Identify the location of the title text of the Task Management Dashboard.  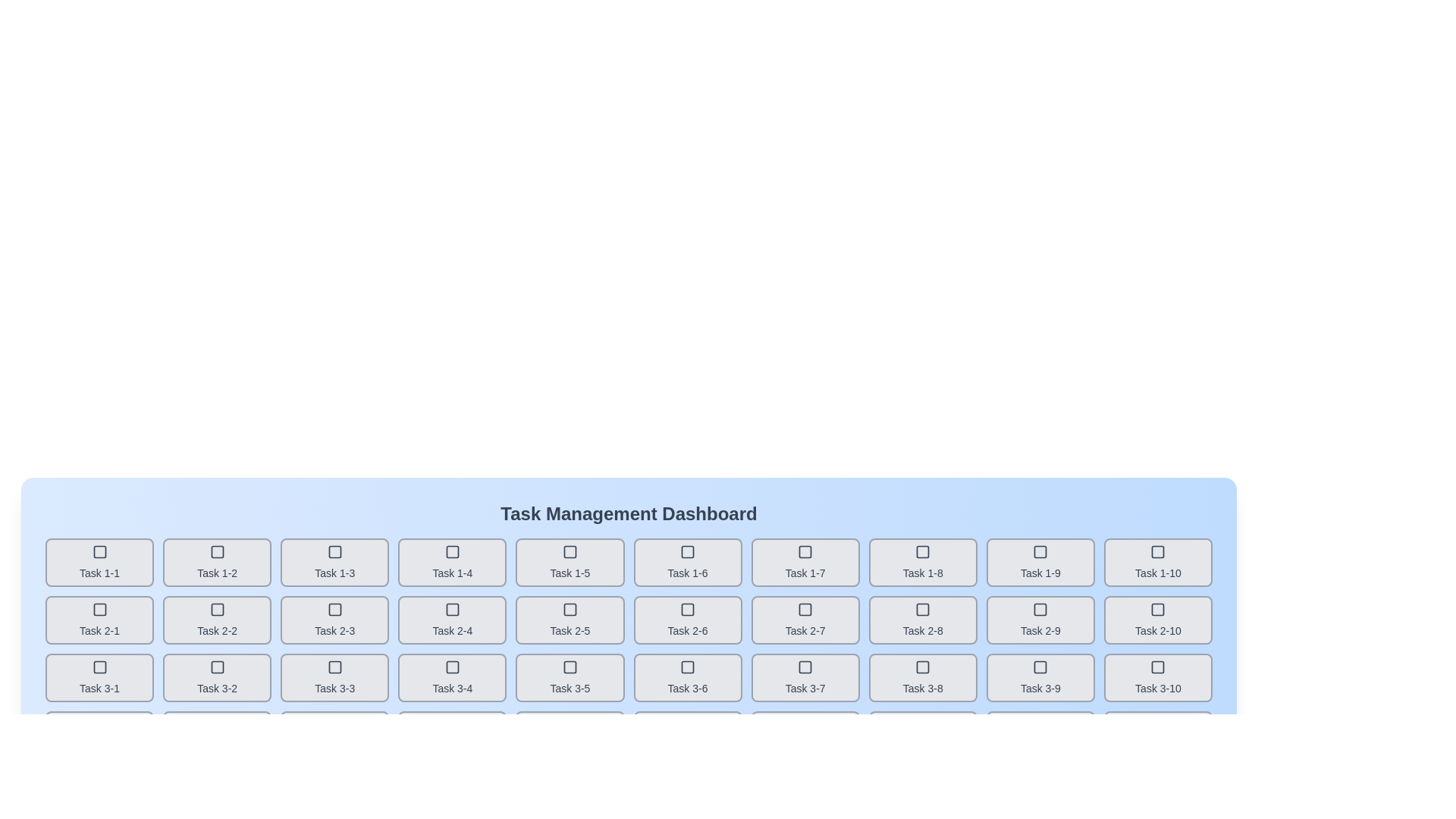
(629, 513).